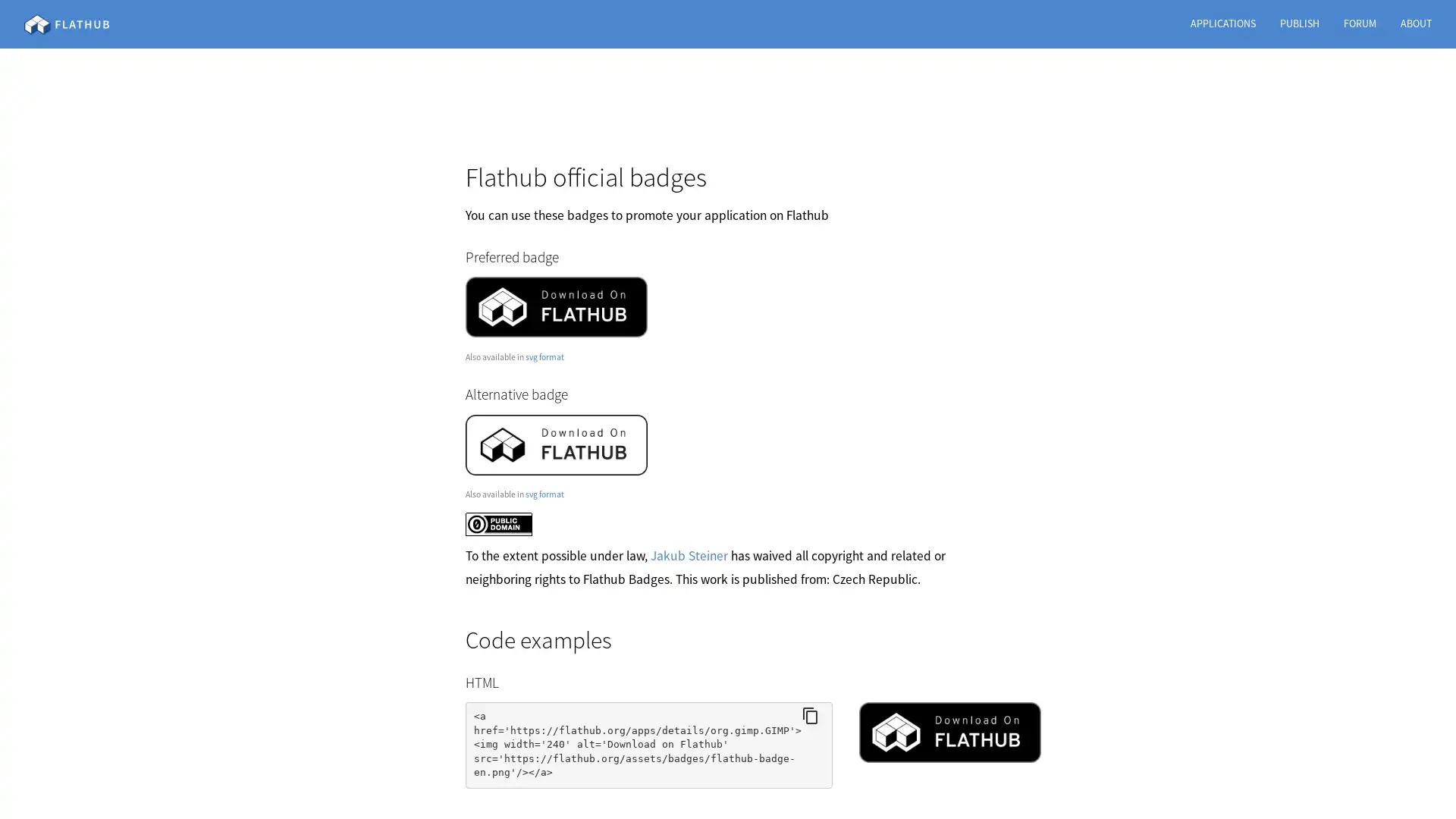 Image resolution: width=1456 pixels, height=819 pixels. What do you see at coordinates (1415, 24) in the screenshot?
I see `ABOUT` at bounding box center [1415, 24].